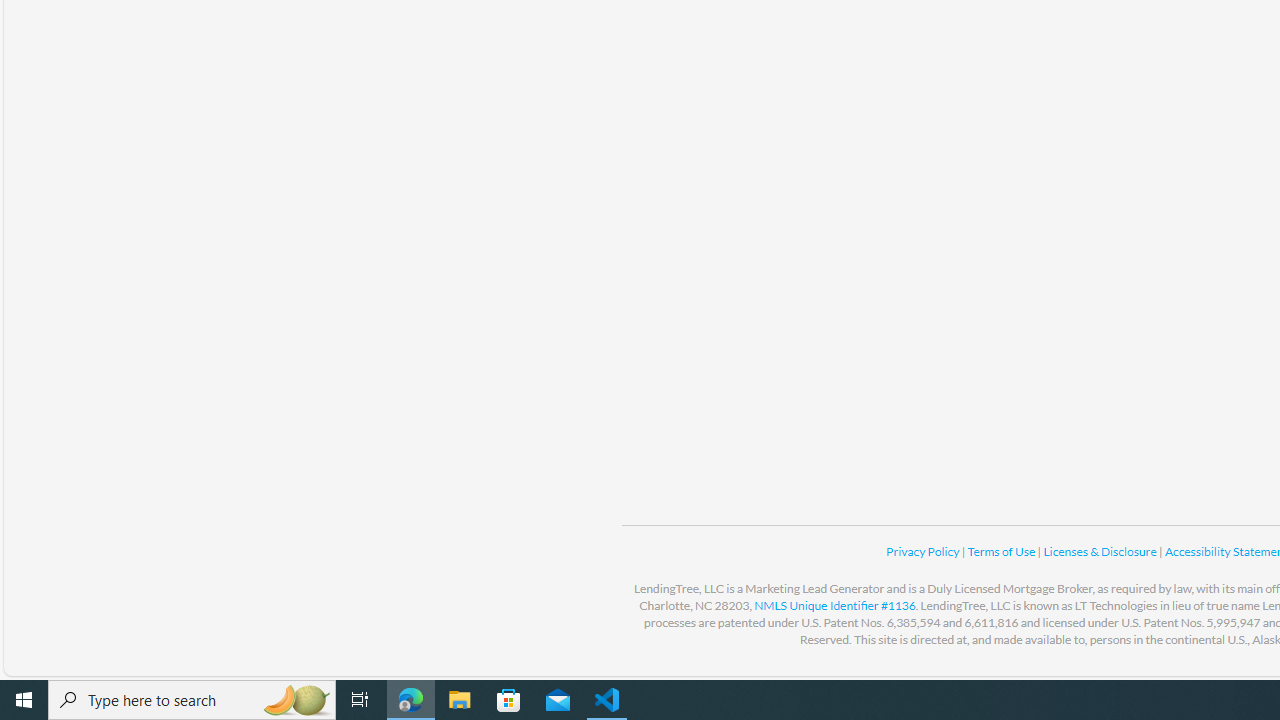  I want to click on 'Privacy Policy ', so click(923, 551).